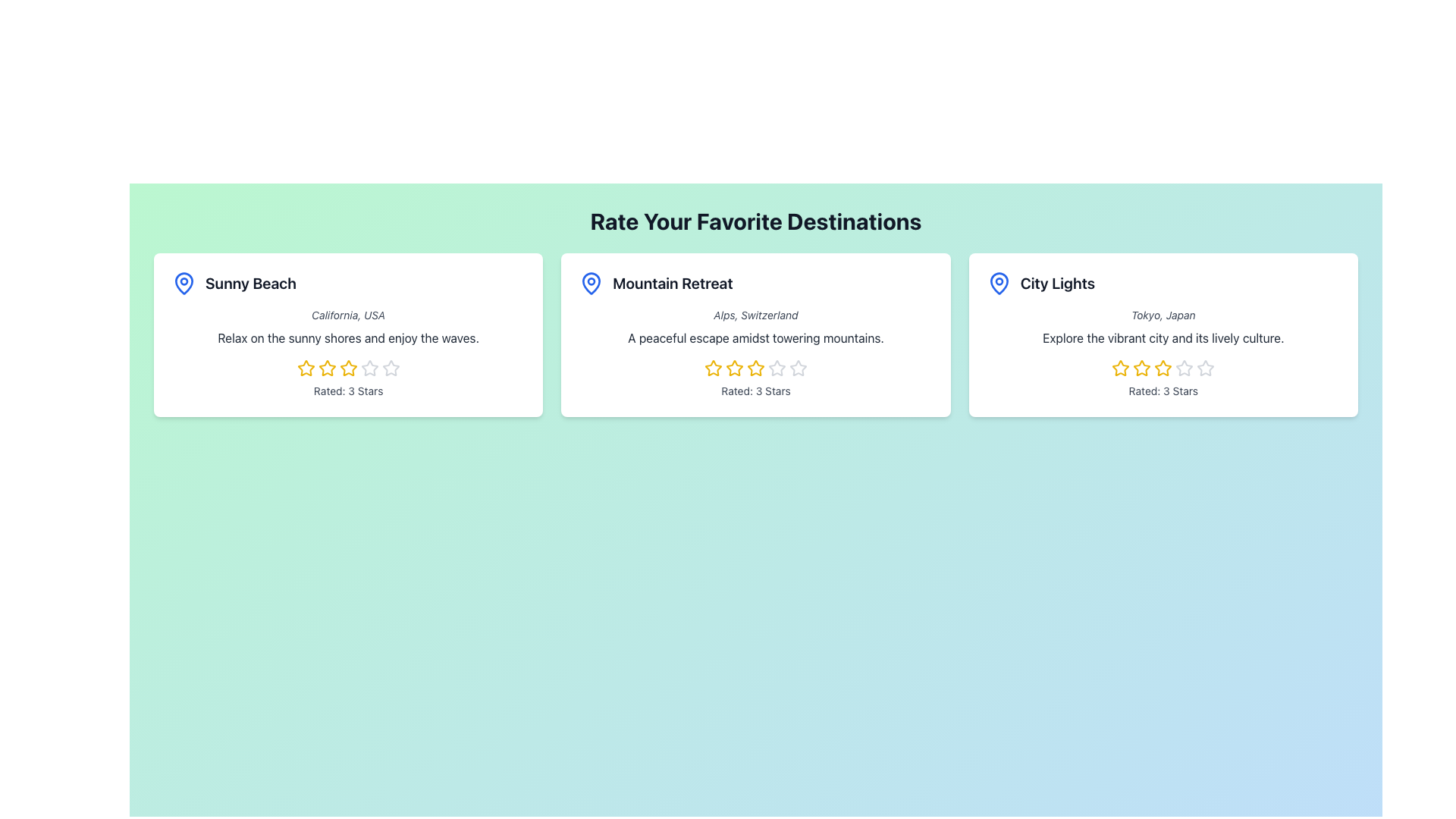 The height and width of the screenshot is (819, 1456). What do you see at coordinates (591, 284) in the screenshot?
I see `the geographical location icon representing 'Mountain Retreat'` at bounding box center [591, 284].